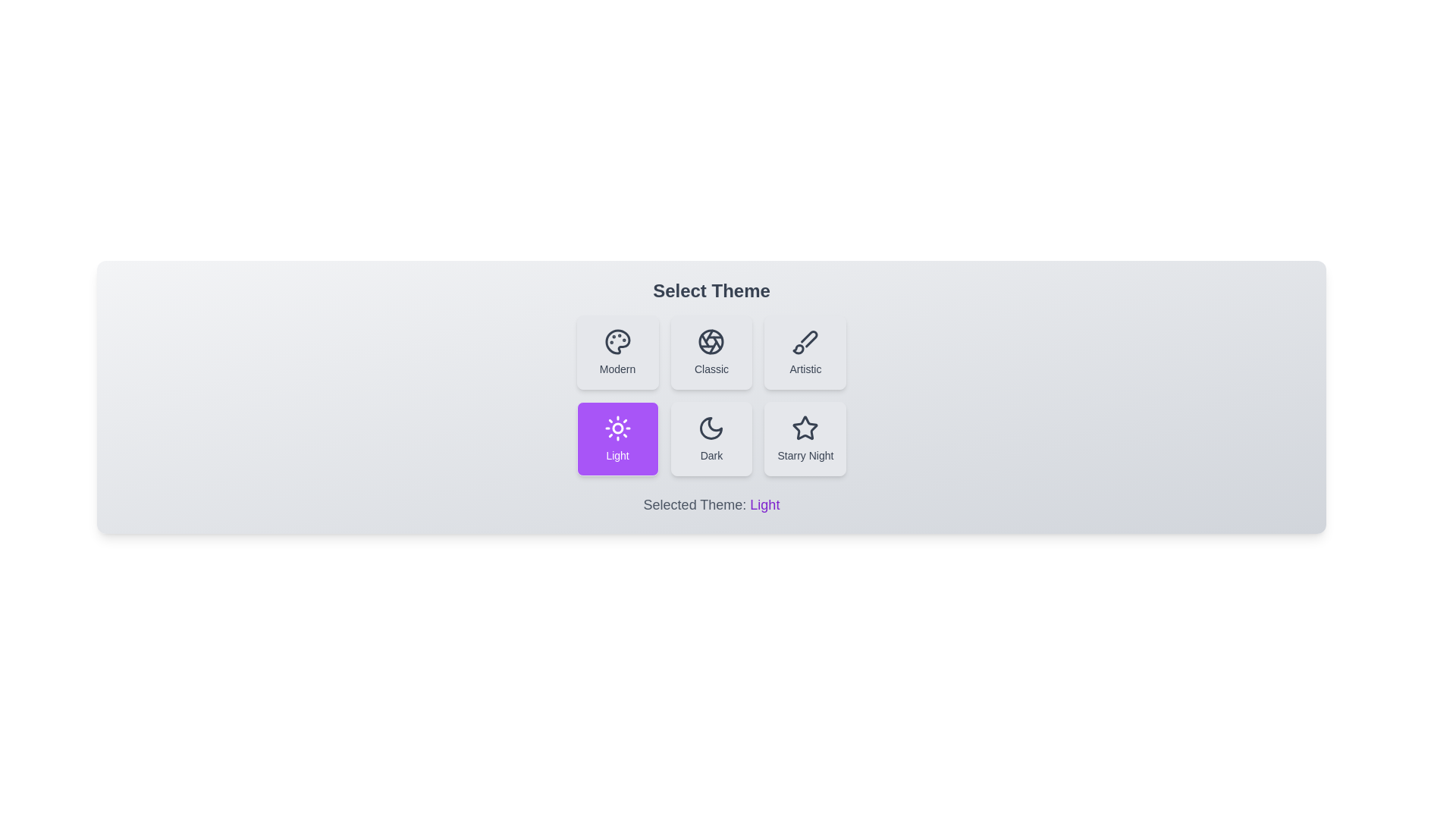  Describe the element at coordinates (617, 438) in the screenshot. I see `the theme button labeled 'Light' to preview its effect` at that location.